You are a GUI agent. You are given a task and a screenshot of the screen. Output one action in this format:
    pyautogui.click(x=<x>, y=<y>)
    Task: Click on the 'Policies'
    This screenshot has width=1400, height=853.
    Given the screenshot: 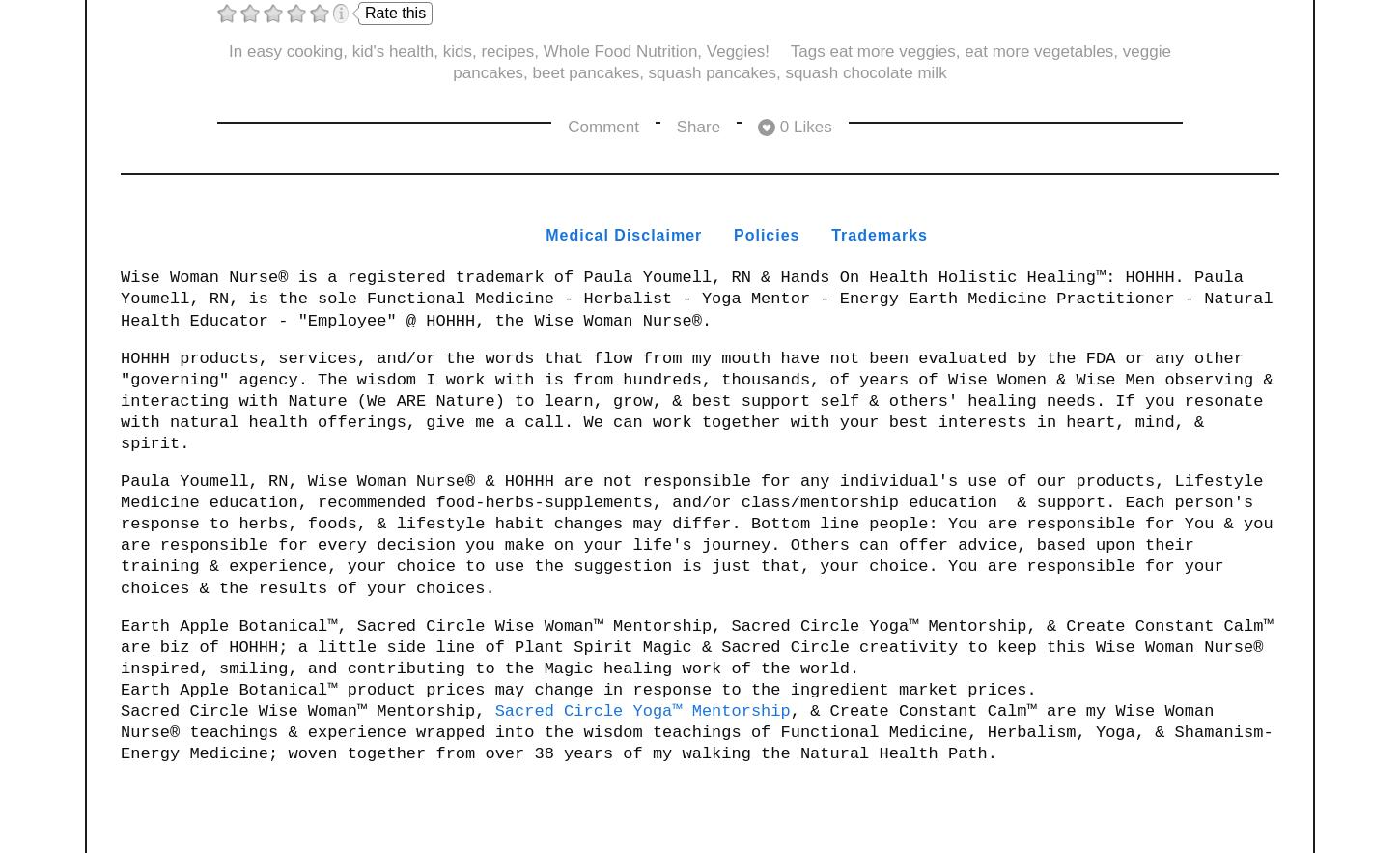 What is the action you would take?
    pyautogui.click(x=766, y=233)
    